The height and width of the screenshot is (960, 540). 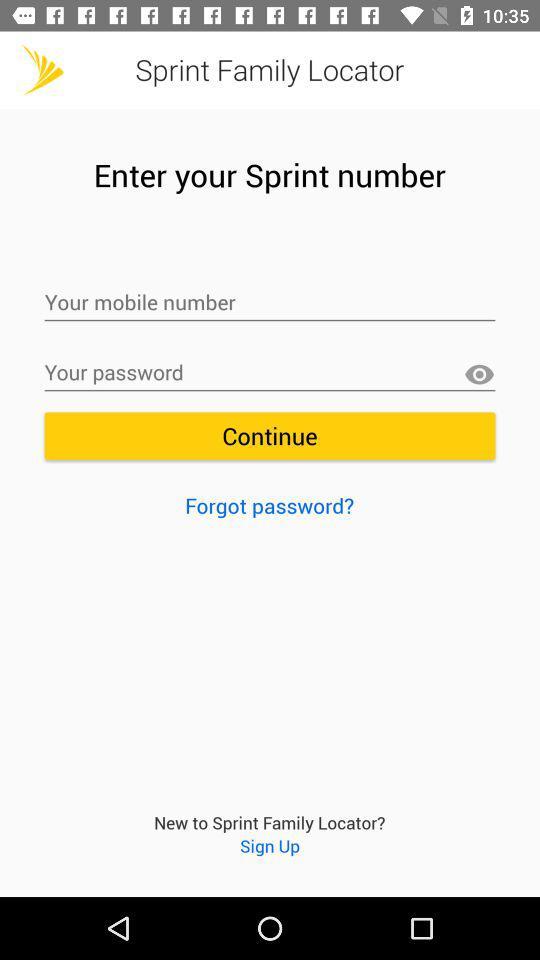 What do you see at coordinates (270, 844) in the screenshot?
I see `the icon below the new to sprint item` at bounding box center [270, 844].